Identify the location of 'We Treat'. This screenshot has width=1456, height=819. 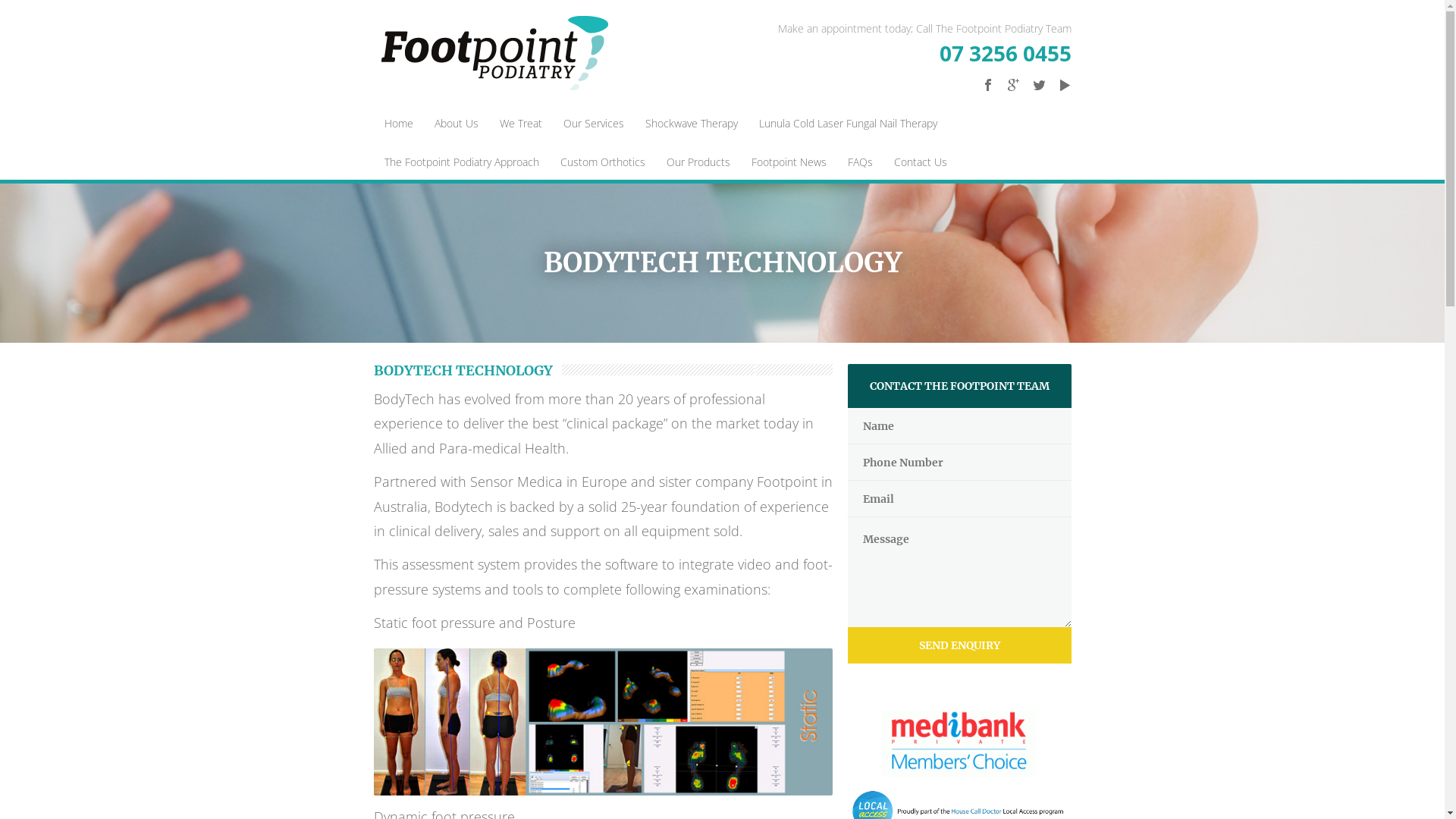
(520, 124).